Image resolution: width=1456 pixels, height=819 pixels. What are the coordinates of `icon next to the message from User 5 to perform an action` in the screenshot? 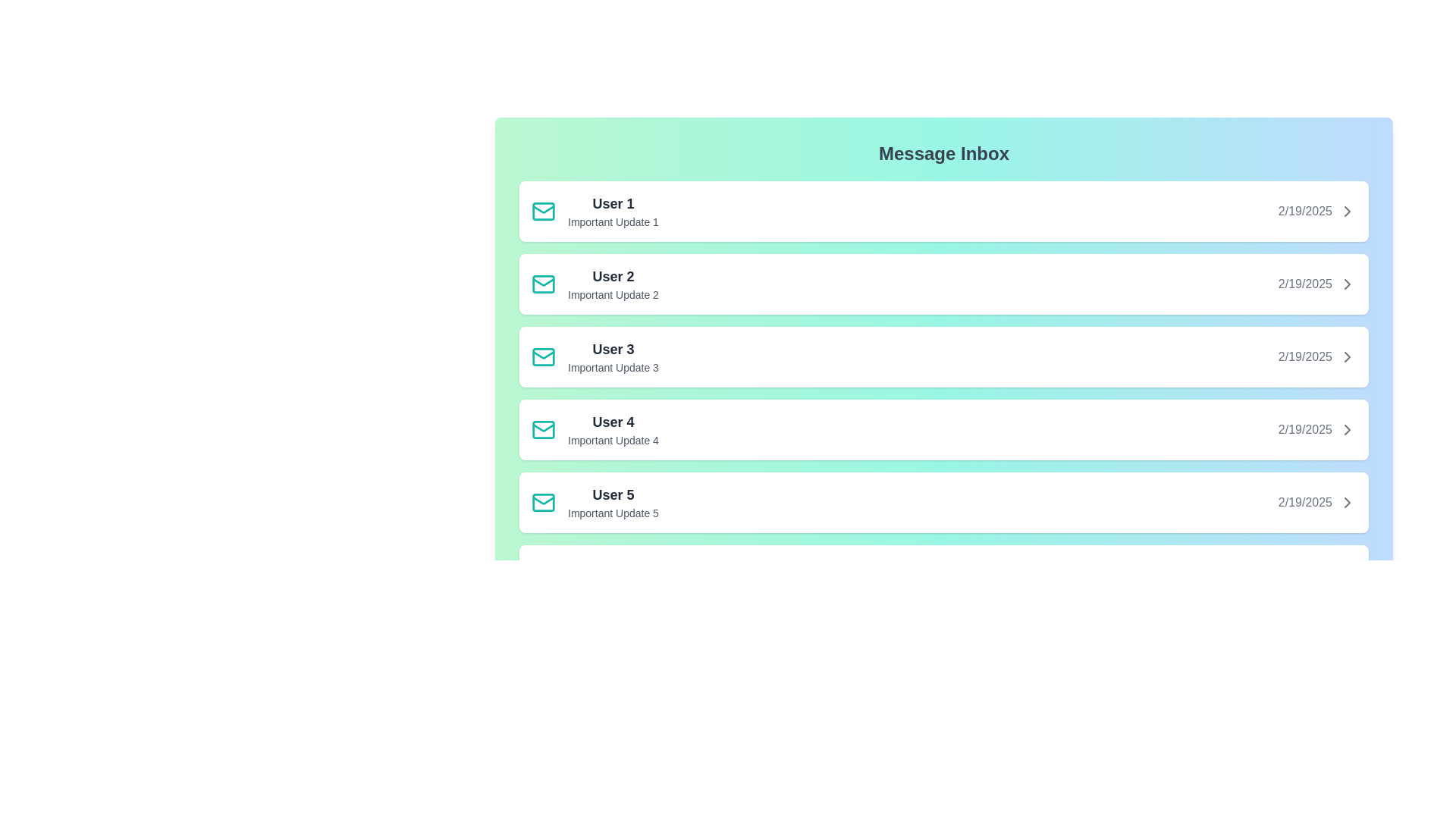 It's located at (543, 503).